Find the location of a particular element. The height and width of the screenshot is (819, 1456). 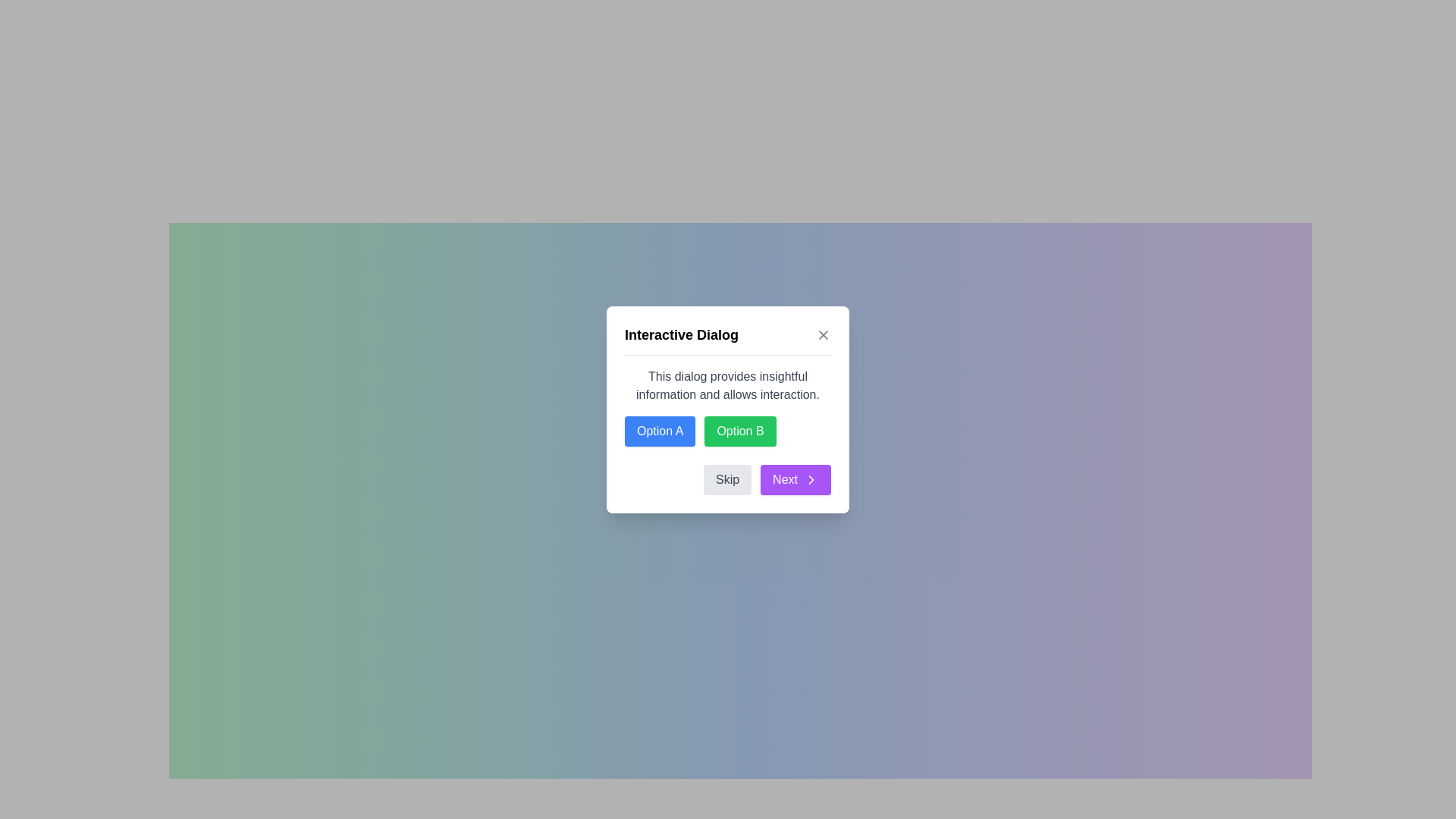

the title text of the dialog box, which identifies the dialog's purpose and is positioned at the top left of the interface is located at coordinates (680, 334).